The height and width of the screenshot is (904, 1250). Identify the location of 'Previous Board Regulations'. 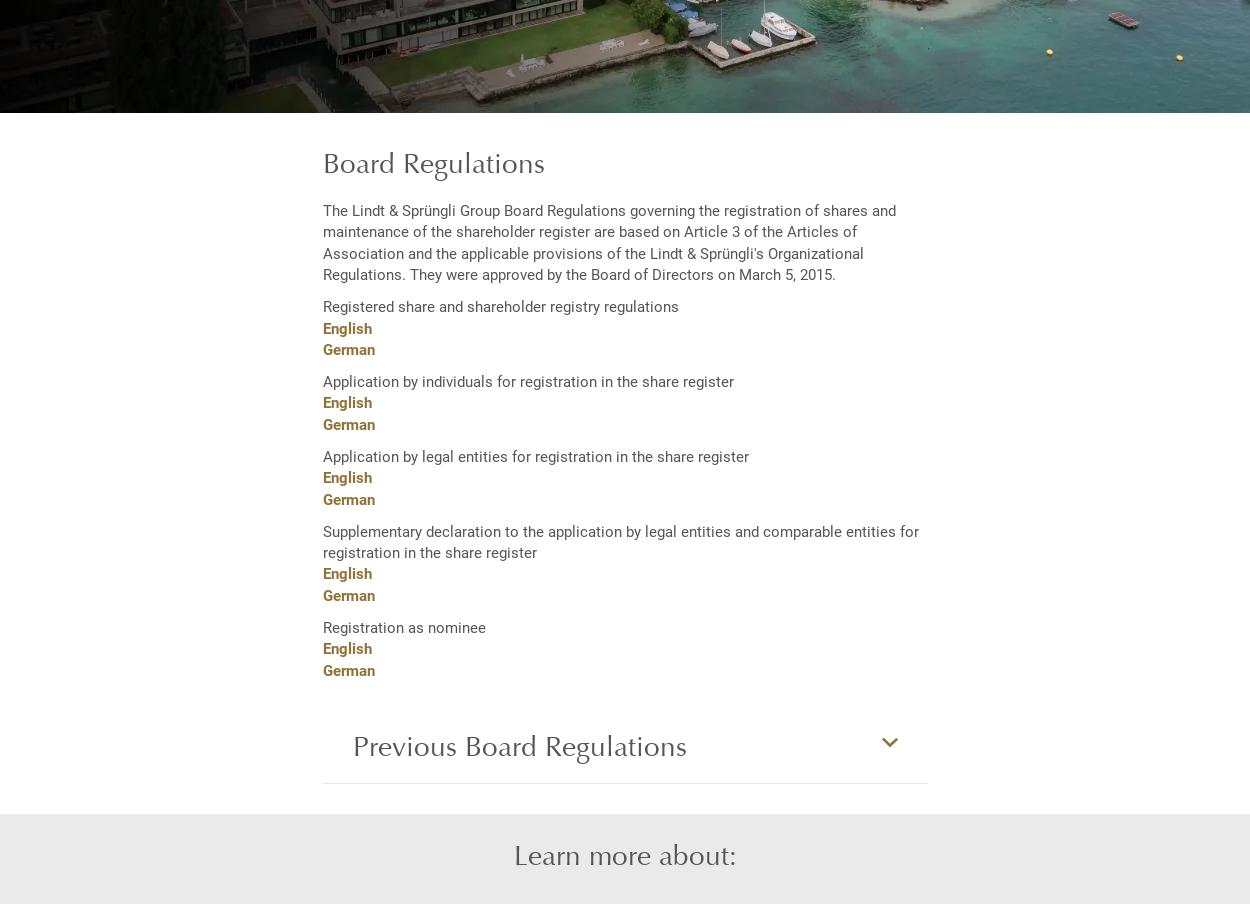
(351, 746).